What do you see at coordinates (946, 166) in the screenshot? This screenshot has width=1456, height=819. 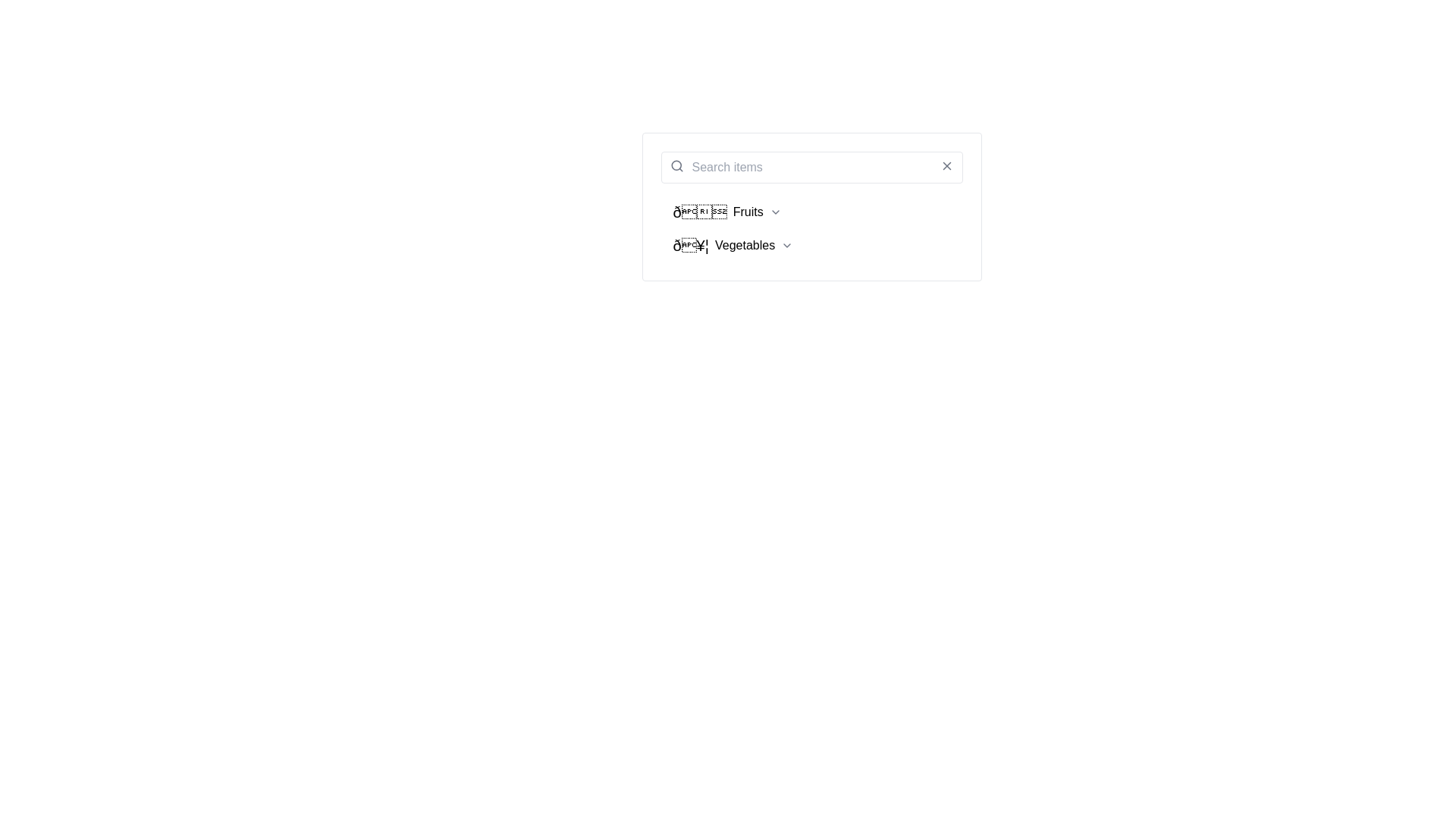 I see `the 'X' icon located at the top-right corner of the search bar to receive additional information` at bounding box center [946, 166].